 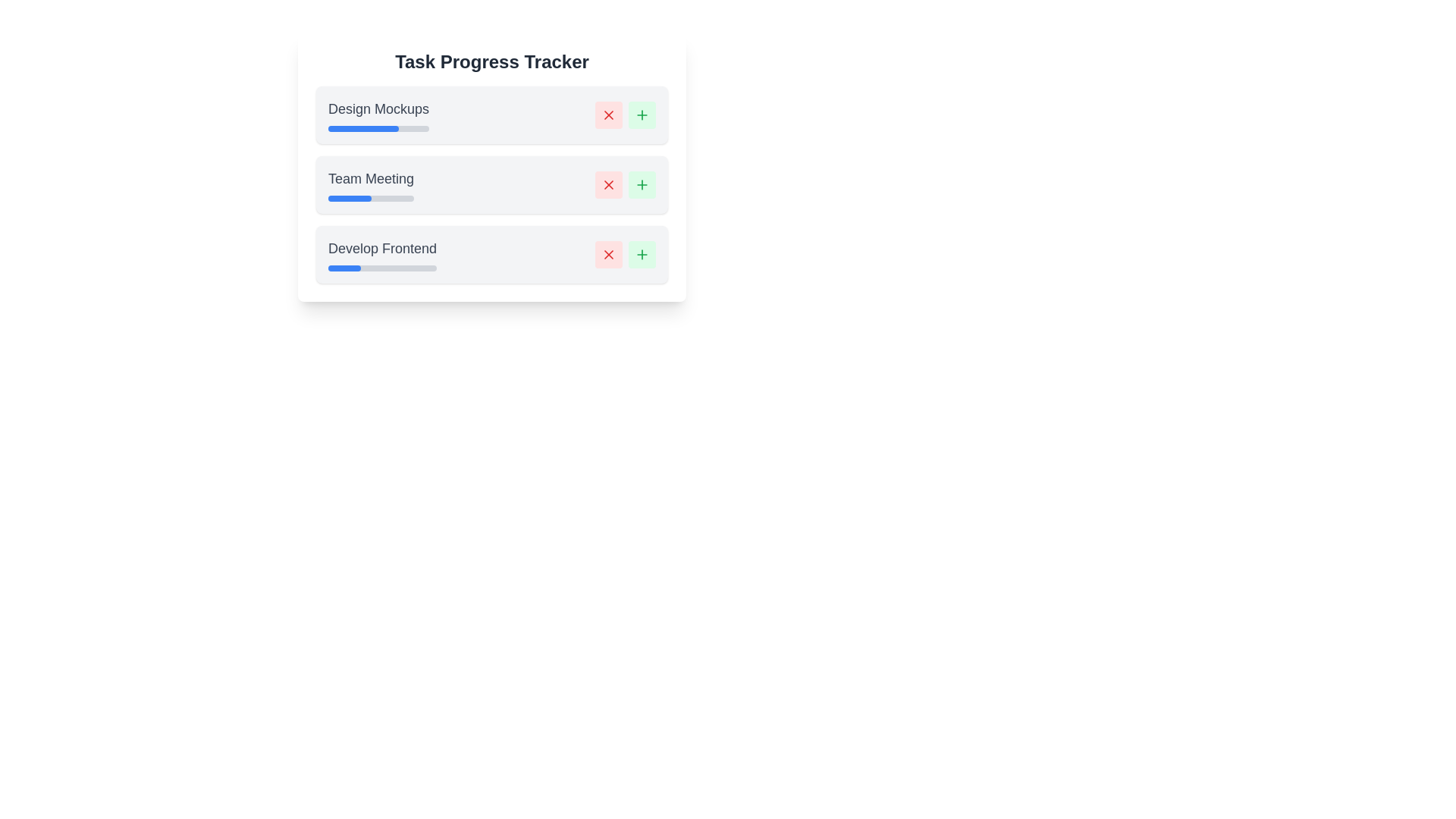 I want to click on the plus button for the task Develop Frontend to adjust its progress, so click(x=642, y=253).